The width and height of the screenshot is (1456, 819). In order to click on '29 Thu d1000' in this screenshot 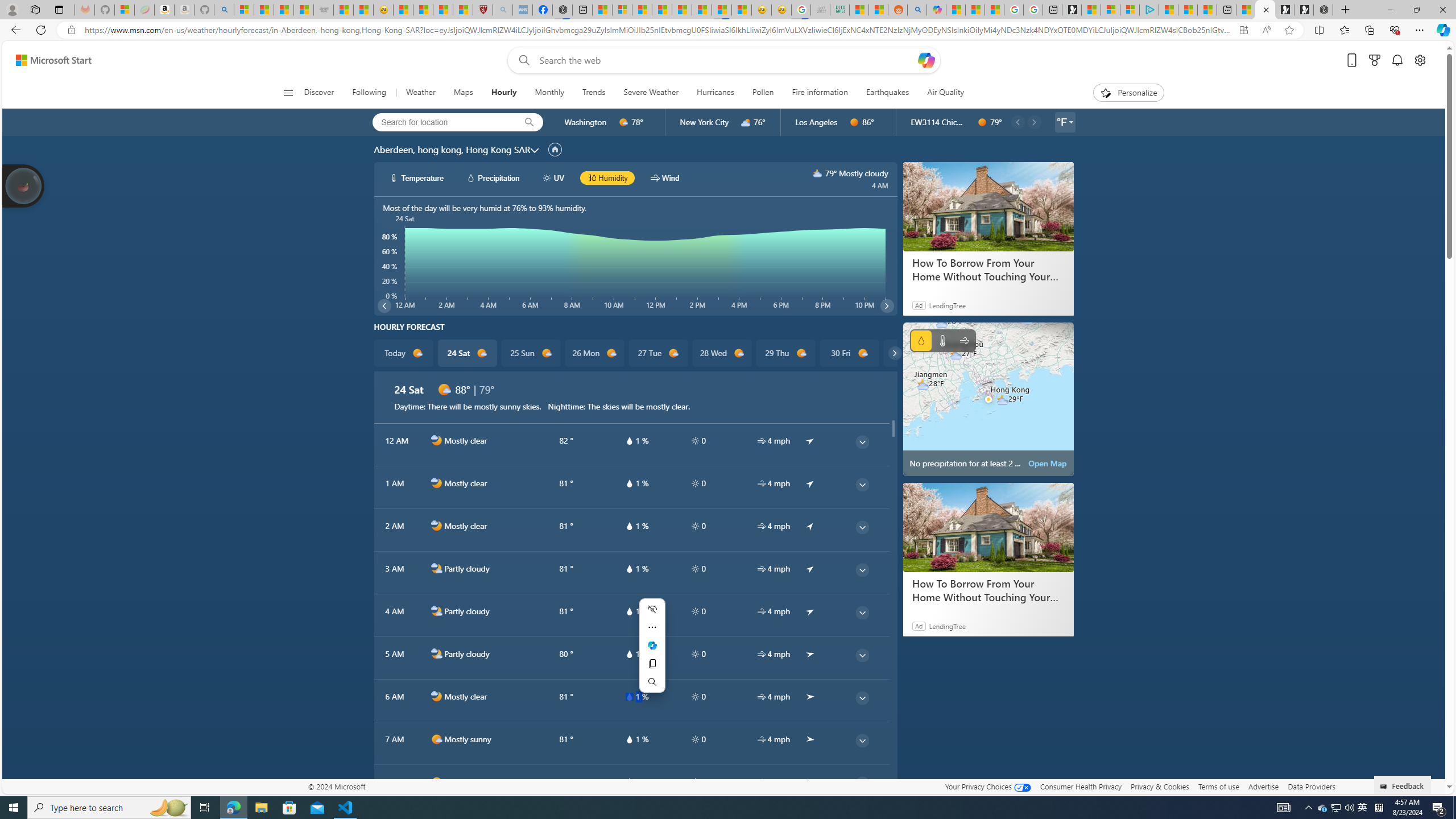, I will do `click(785, 353)`.